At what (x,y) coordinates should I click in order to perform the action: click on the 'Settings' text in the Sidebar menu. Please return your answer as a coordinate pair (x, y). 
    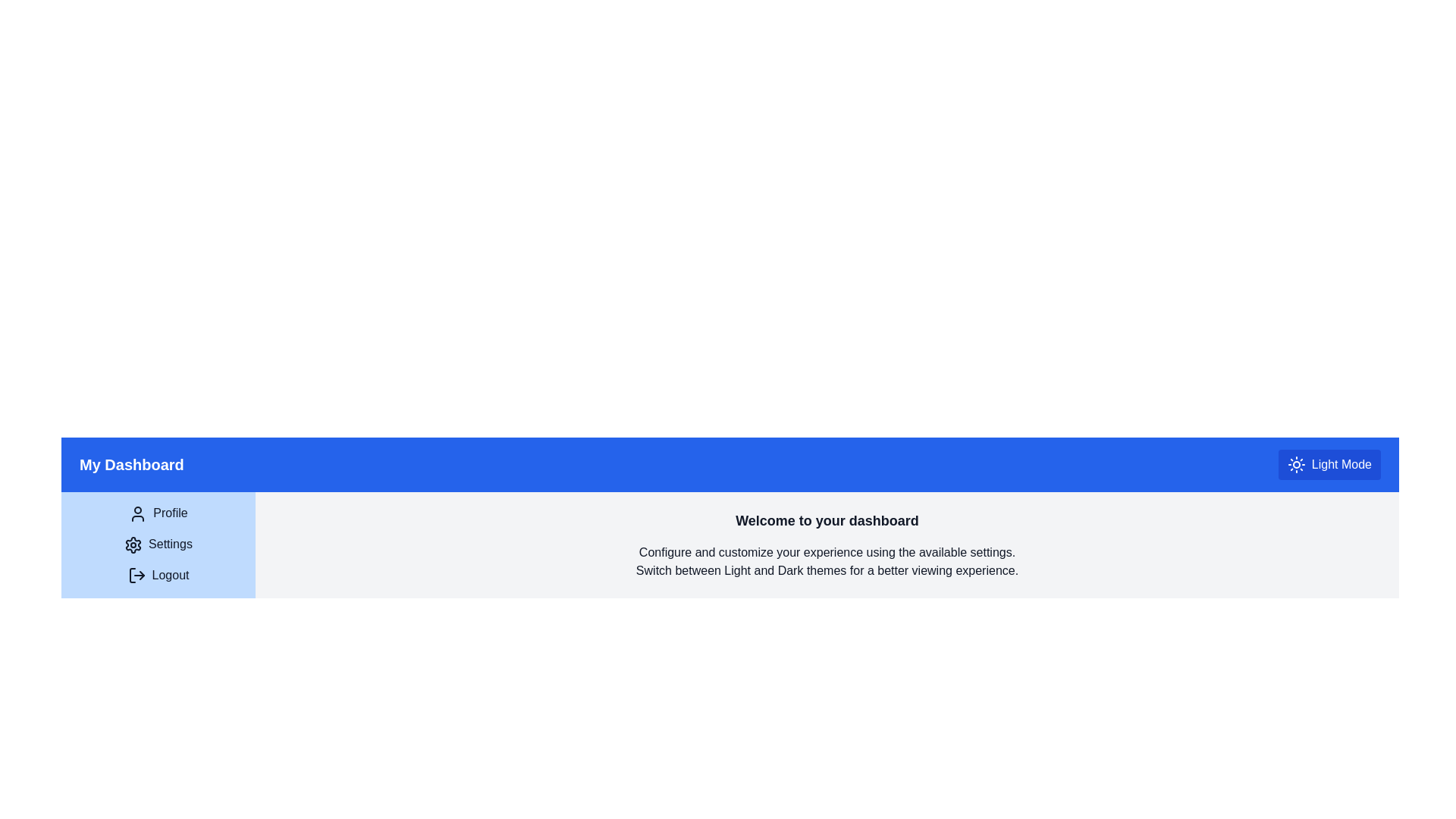
    Looking at the image, I should click on (158, 544).